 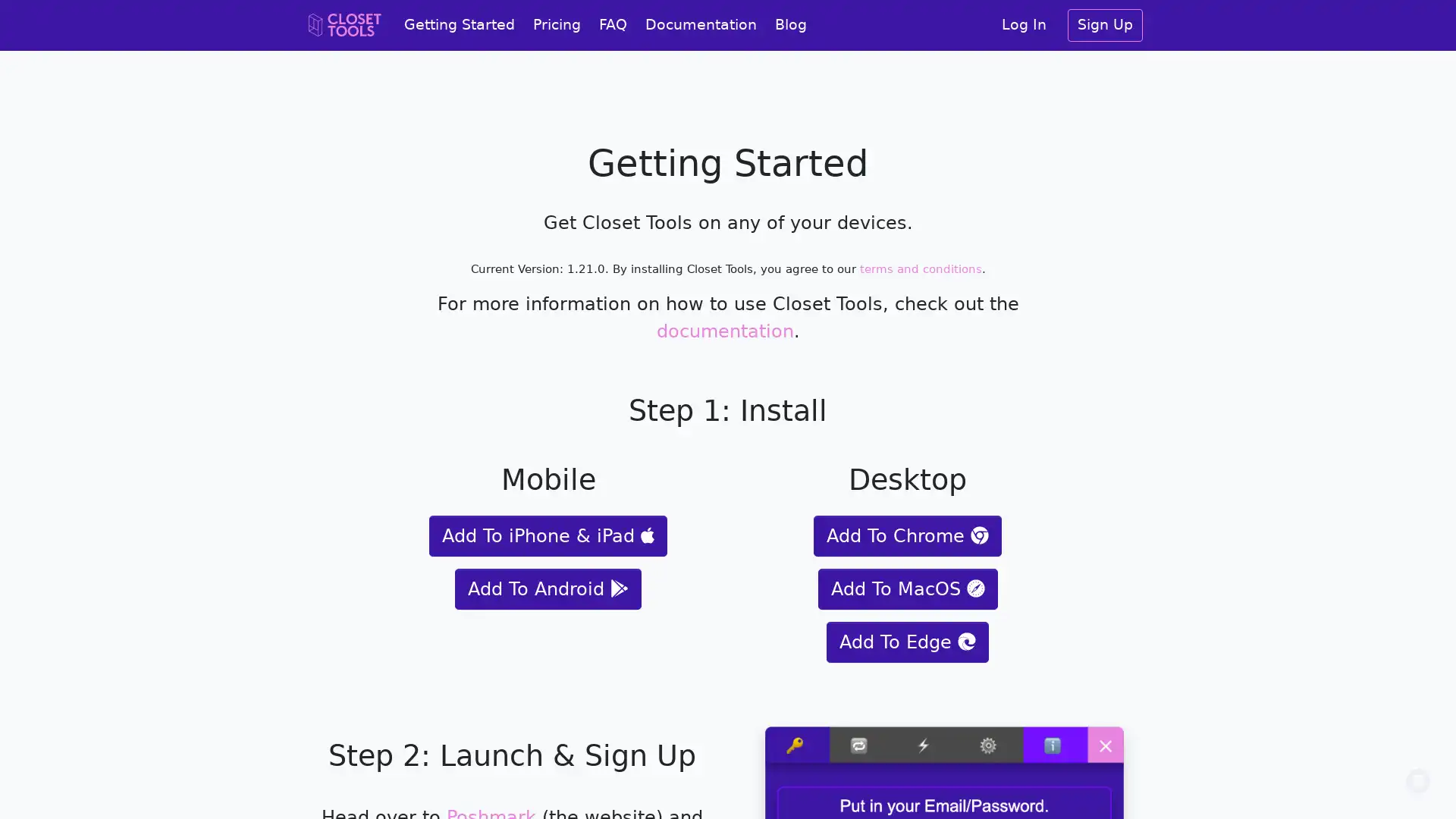 I want to click on Add To Android, so click(x=548, y=587).